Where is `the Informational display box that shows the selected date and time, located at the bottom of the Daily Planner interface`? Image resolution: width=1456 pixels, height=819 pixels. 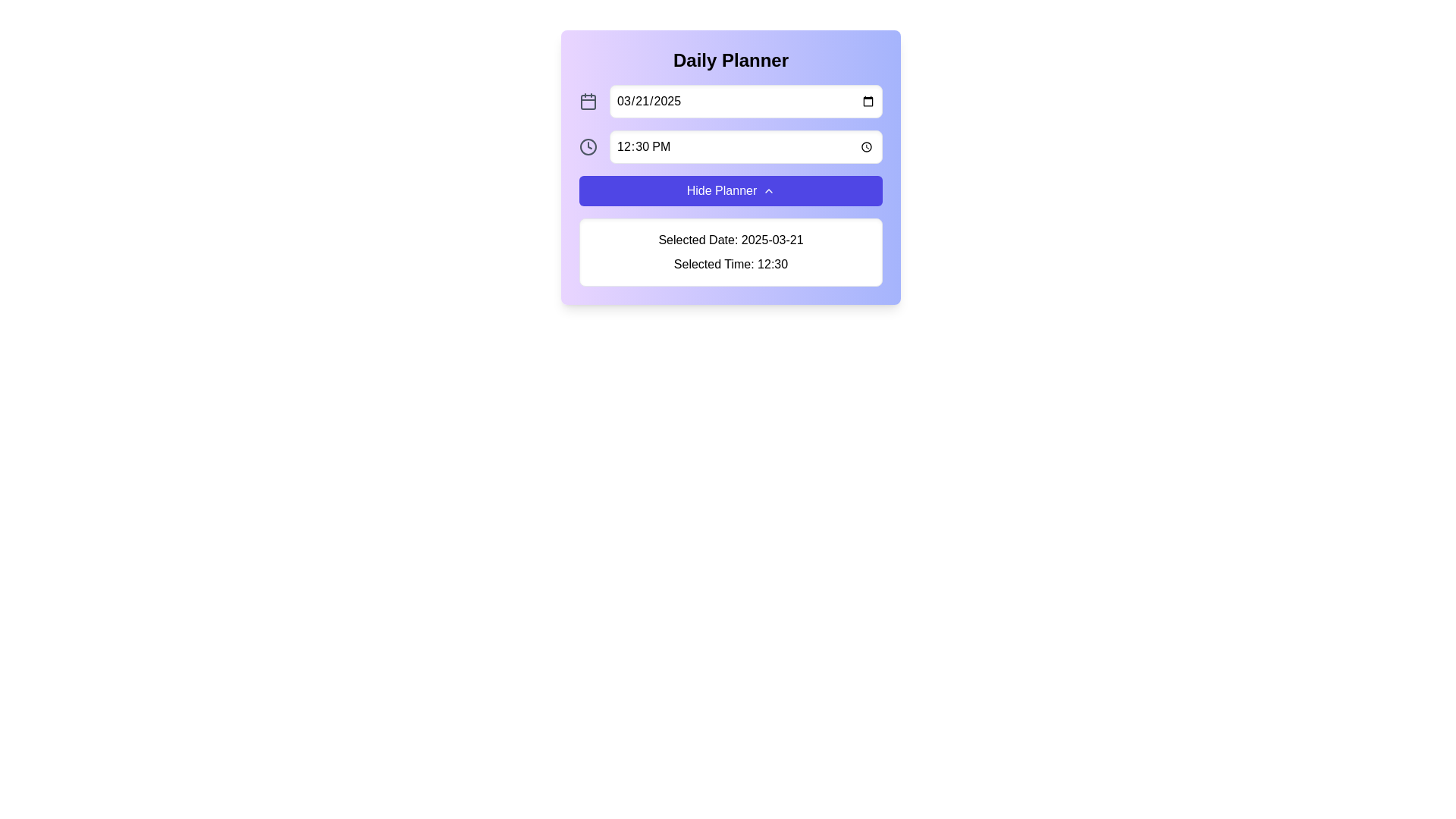 the Informational display box that shows the selected date and time, located at the bottom of the Daily Planner interface is located at coordinates (731, 251).